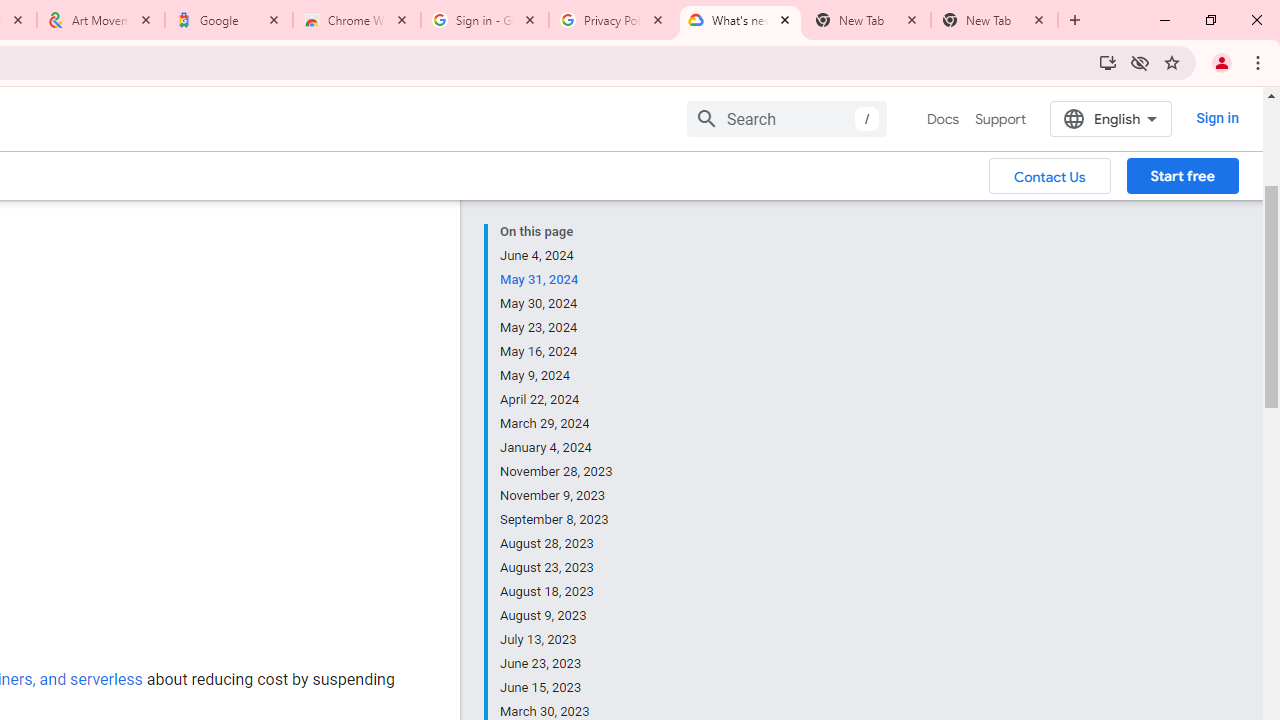 This screenshot has width=1280, height=720. I want to click on 'August 18, 2023', so click(557, 591).